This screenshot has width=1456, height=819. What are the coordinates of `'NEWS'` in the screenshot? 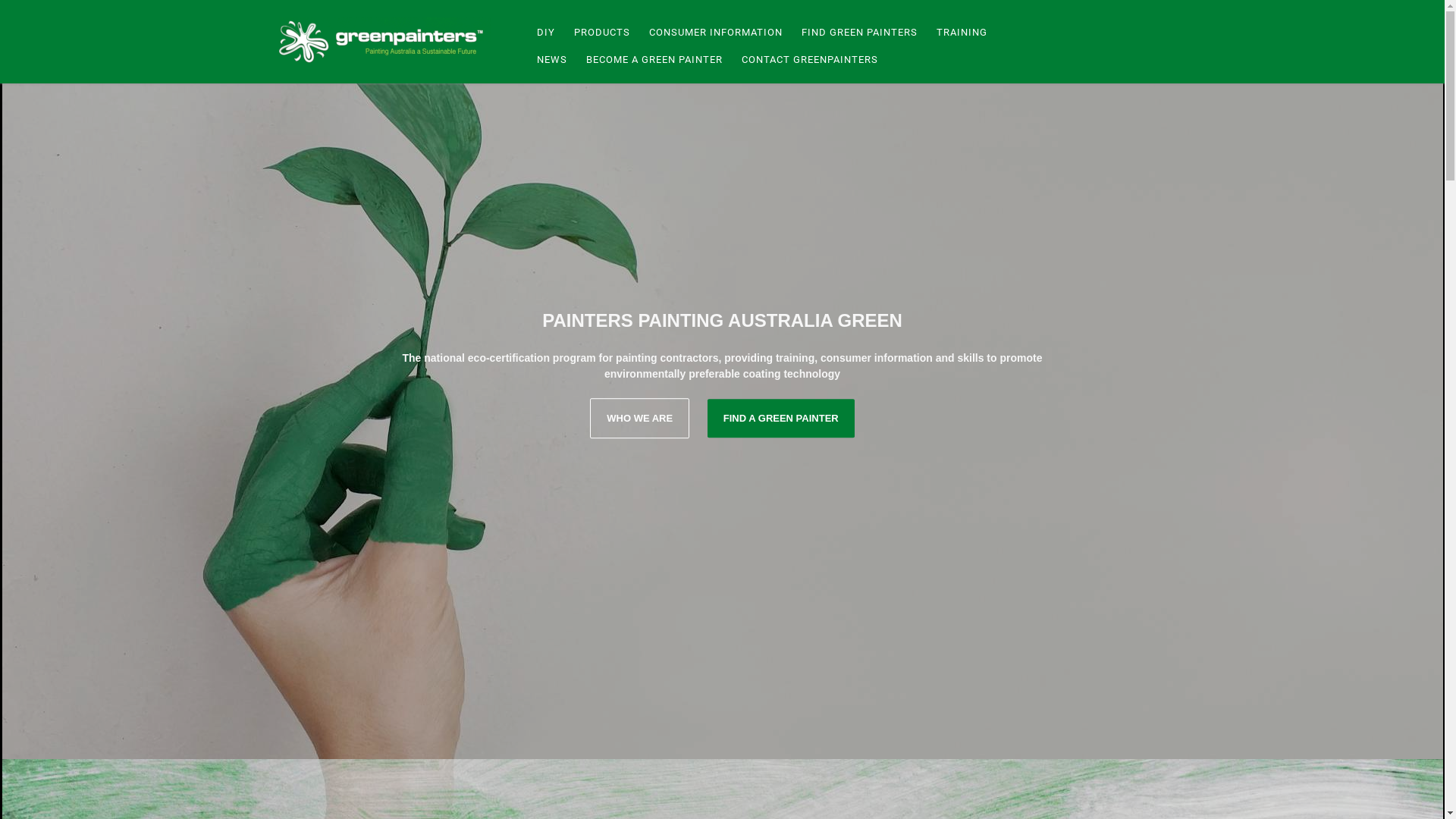 It's located at (548, 58).